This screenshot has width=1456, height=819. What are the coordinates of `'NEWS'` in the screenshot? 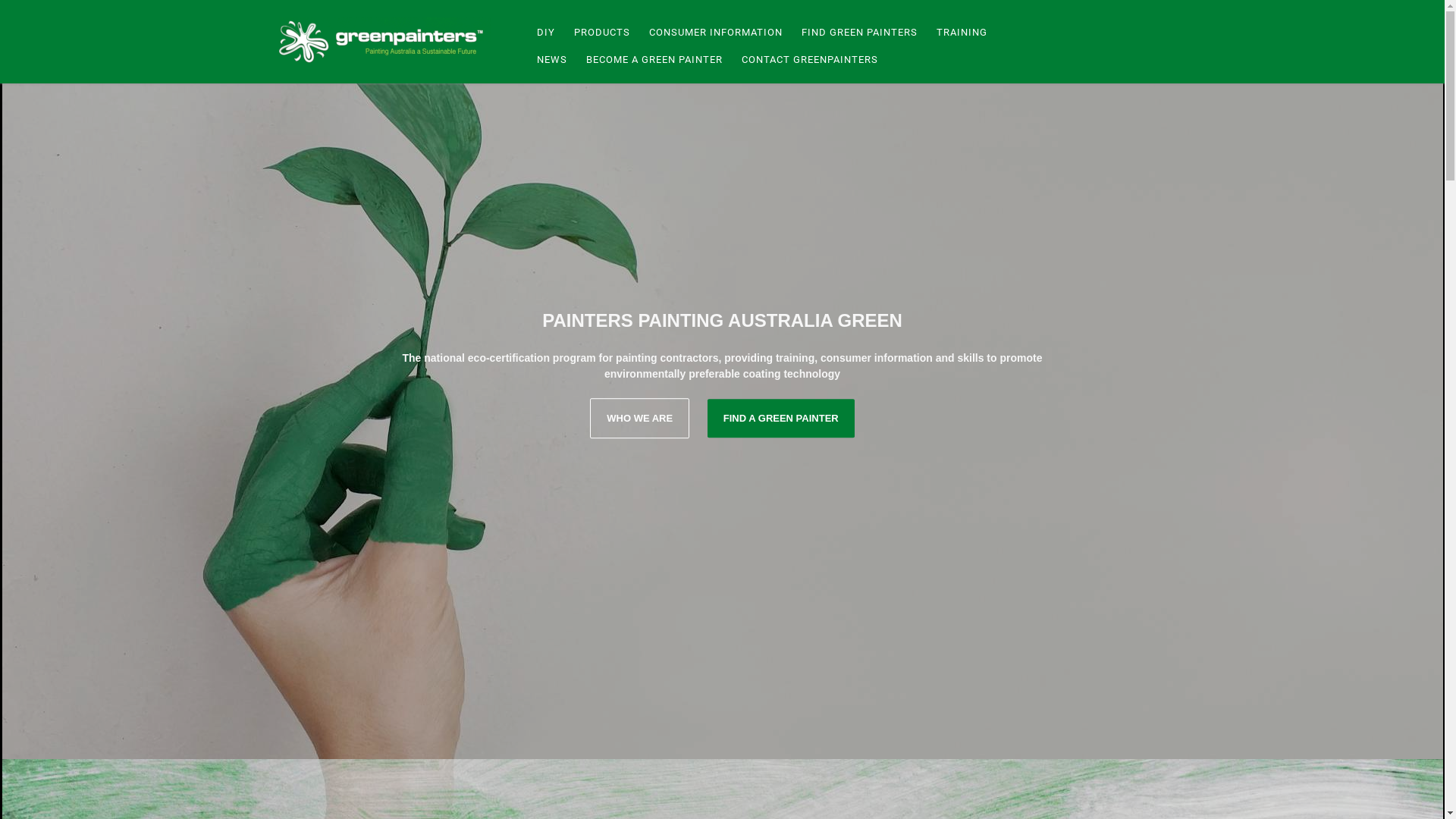 It's located at (548, 58).